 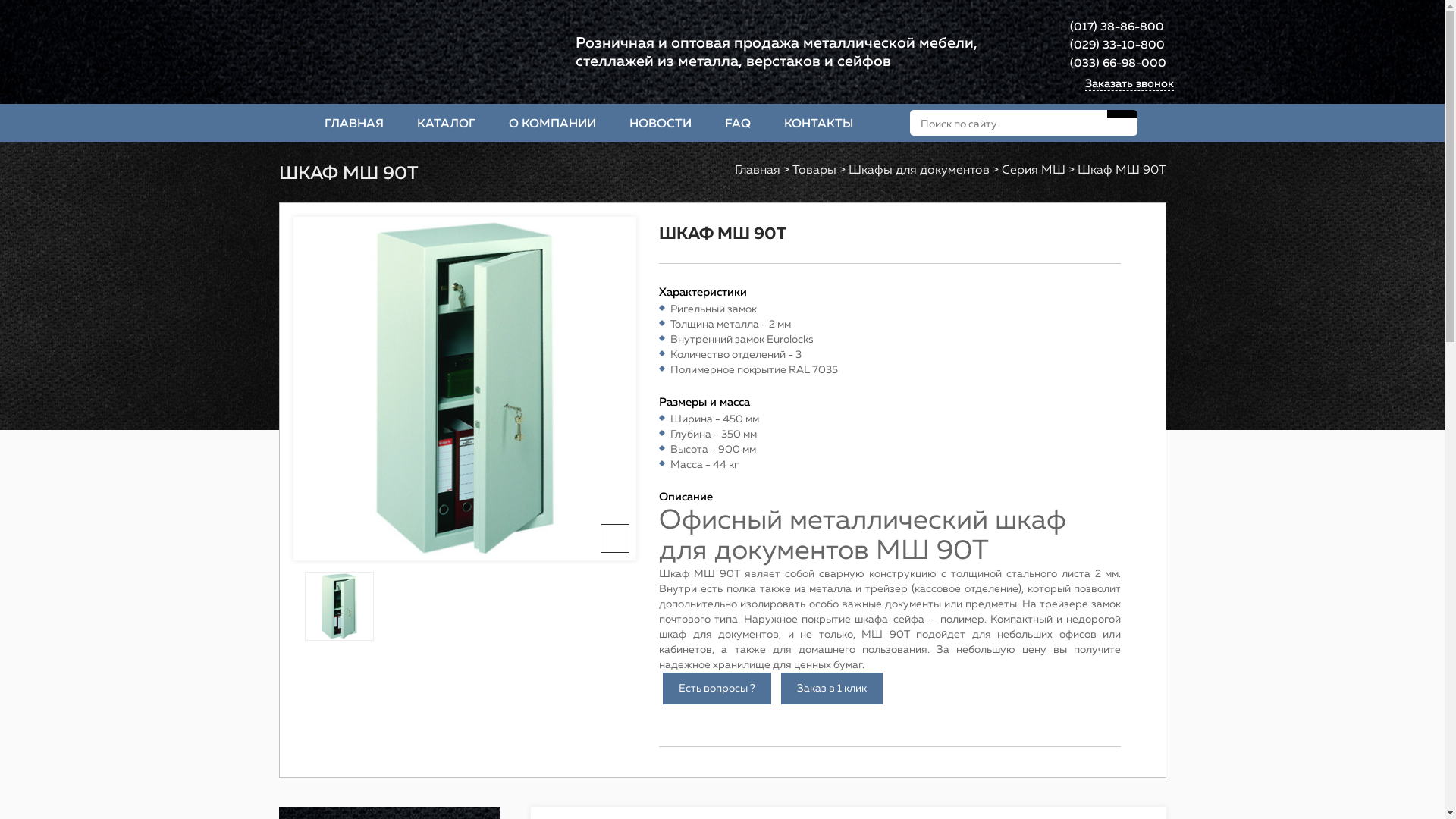 What do you see at coordinates (1116, 45) in the screenshot?
I see `'(029) 33-10-800'` at bounding box center [1116, 45].